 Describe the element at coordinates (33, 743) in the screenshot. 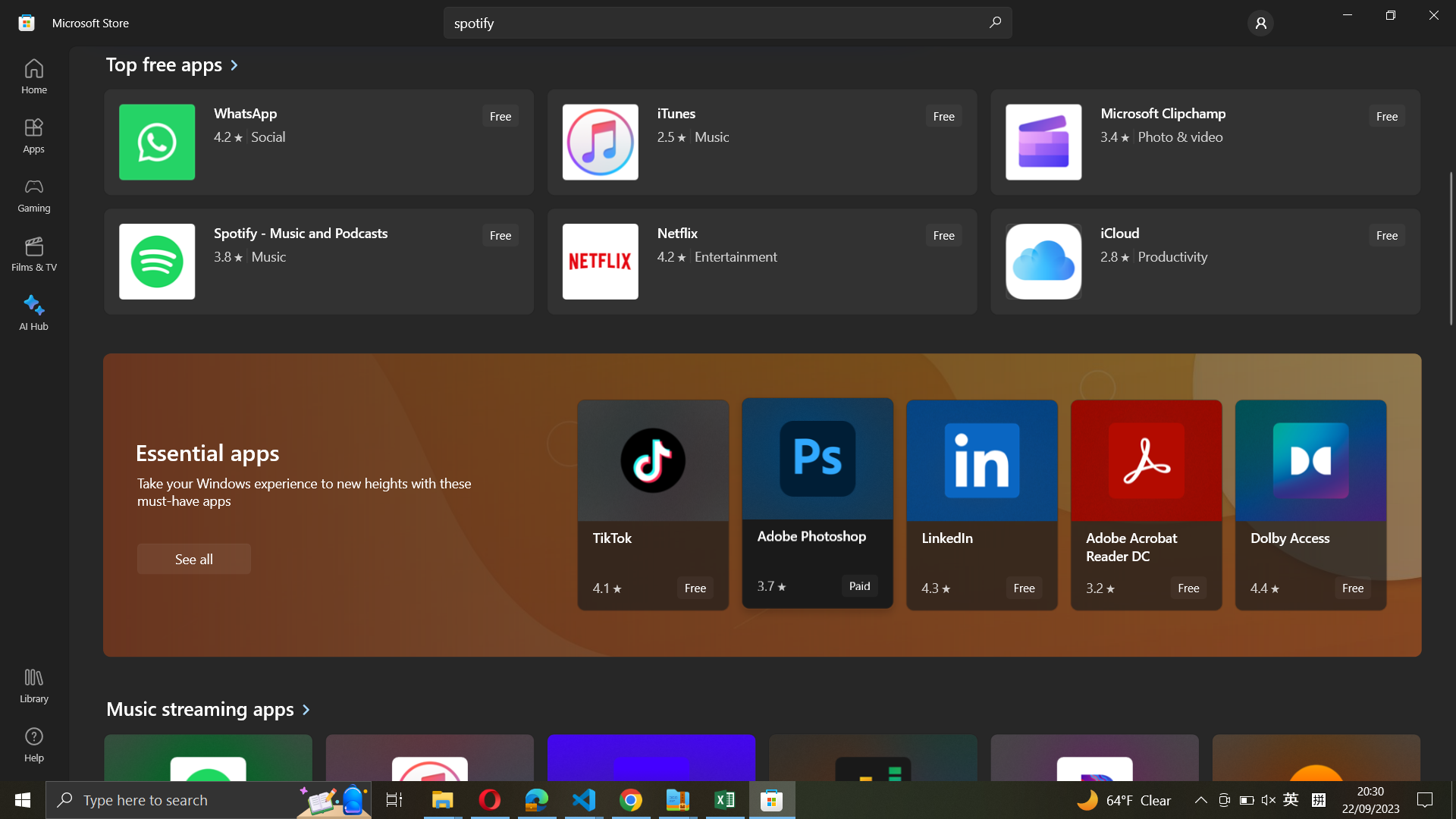

I see `Help menu` at that location.